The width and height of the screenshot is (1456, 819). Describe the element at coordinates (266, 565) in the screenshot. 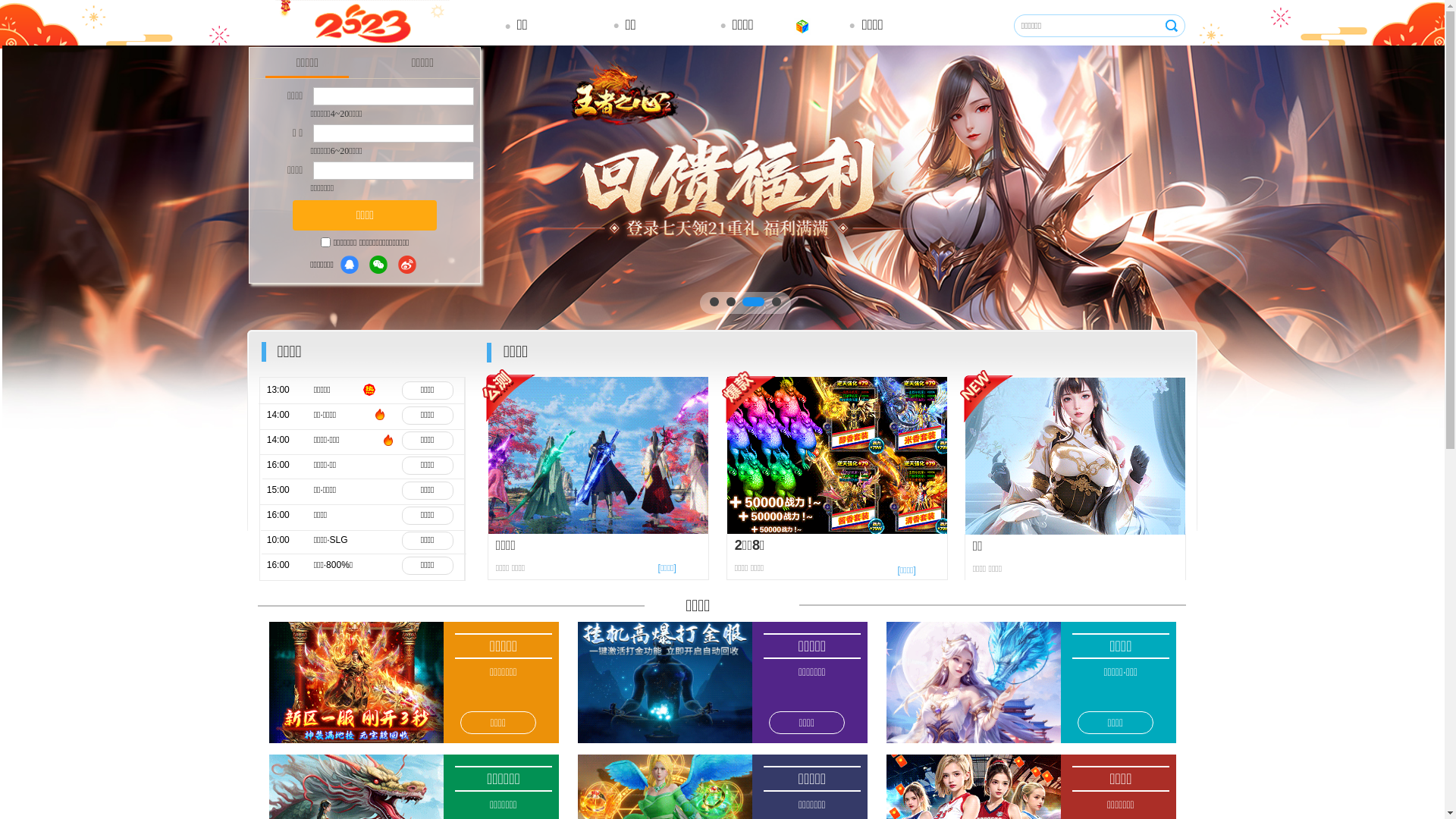

I see `'16:00'` at that location.